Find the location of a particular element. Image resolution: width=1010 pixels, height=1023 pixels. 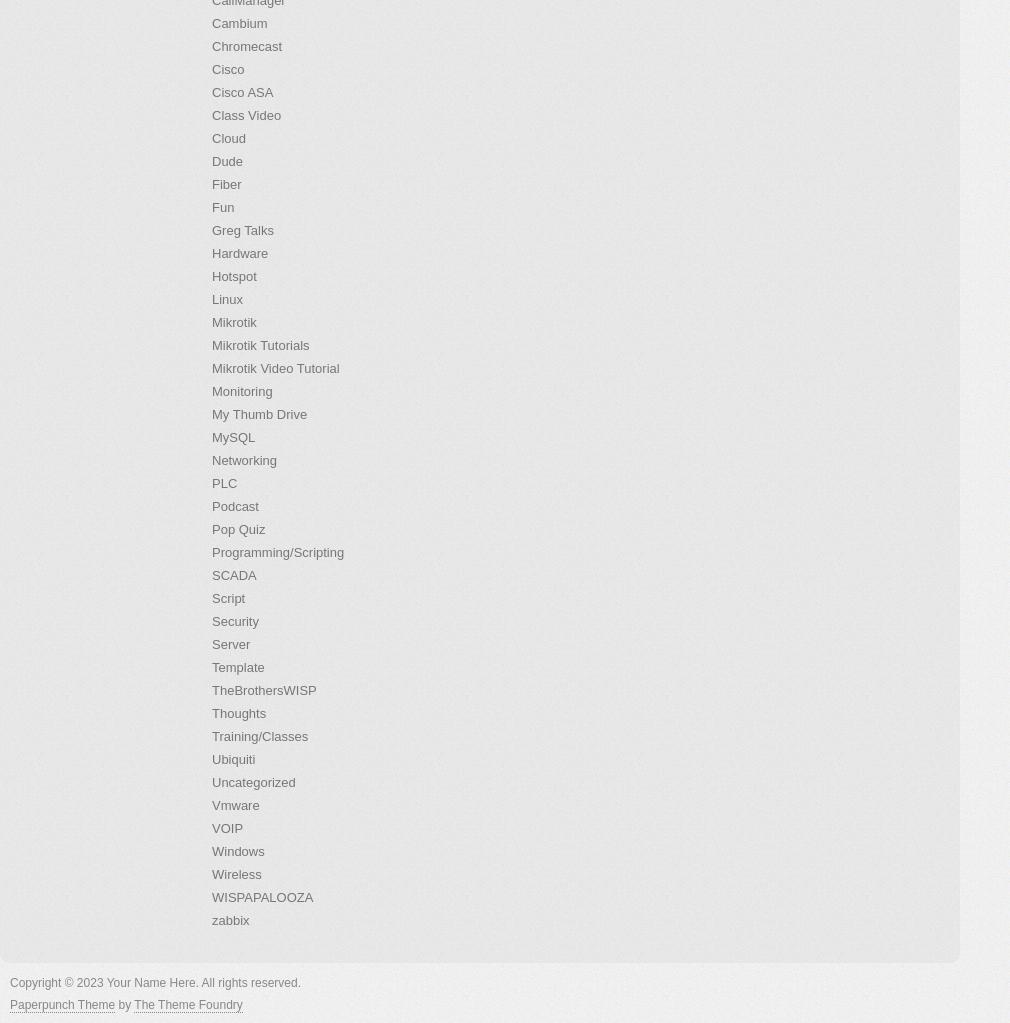

'Cisco' is located at coordinates (226, 68).